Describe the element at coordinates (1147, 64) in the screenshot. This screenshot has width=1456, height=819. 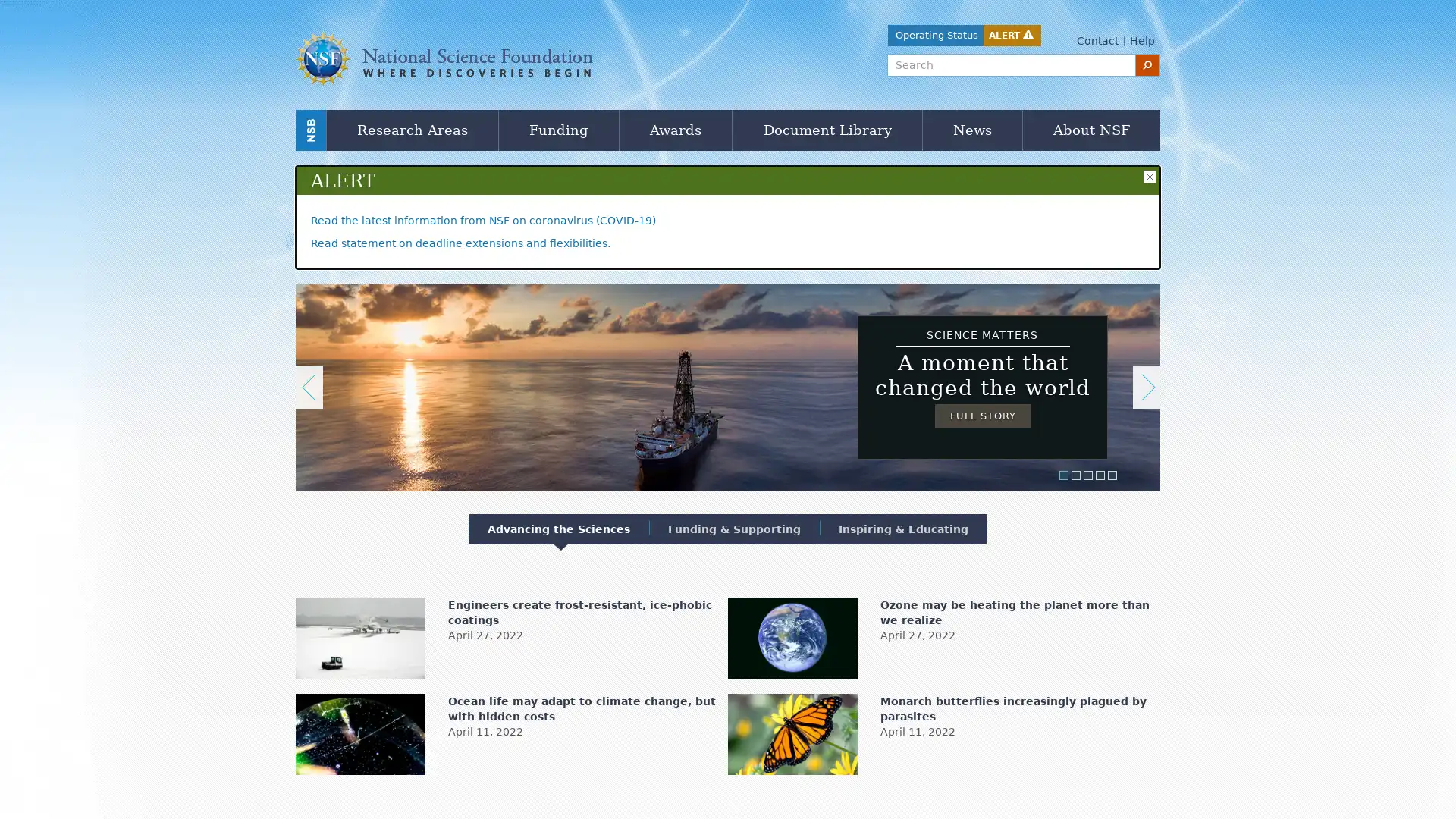
I see `search` at that location.